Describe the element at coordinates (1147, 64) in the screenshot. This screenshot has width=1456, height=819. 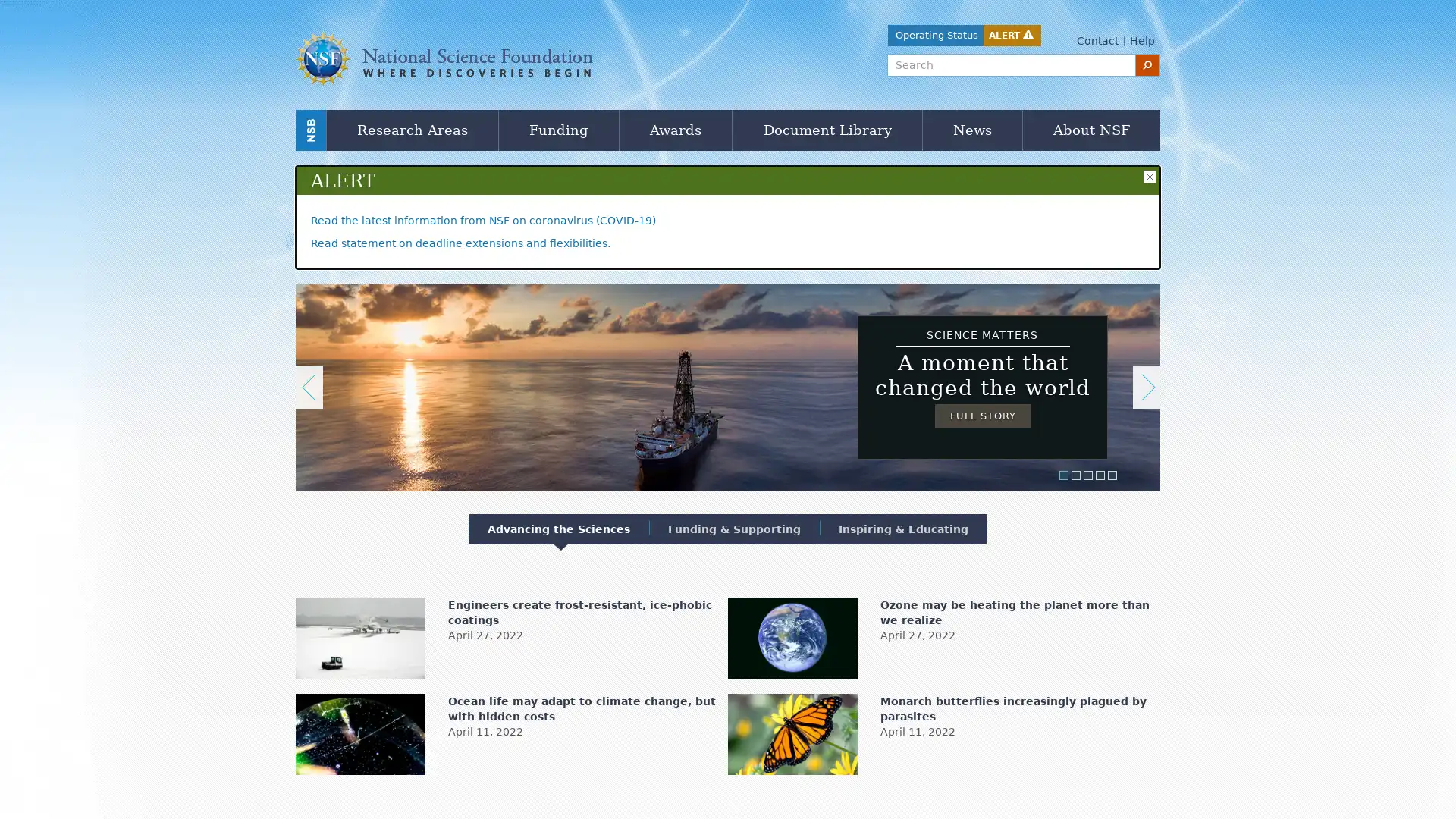
I see `search` at that location.